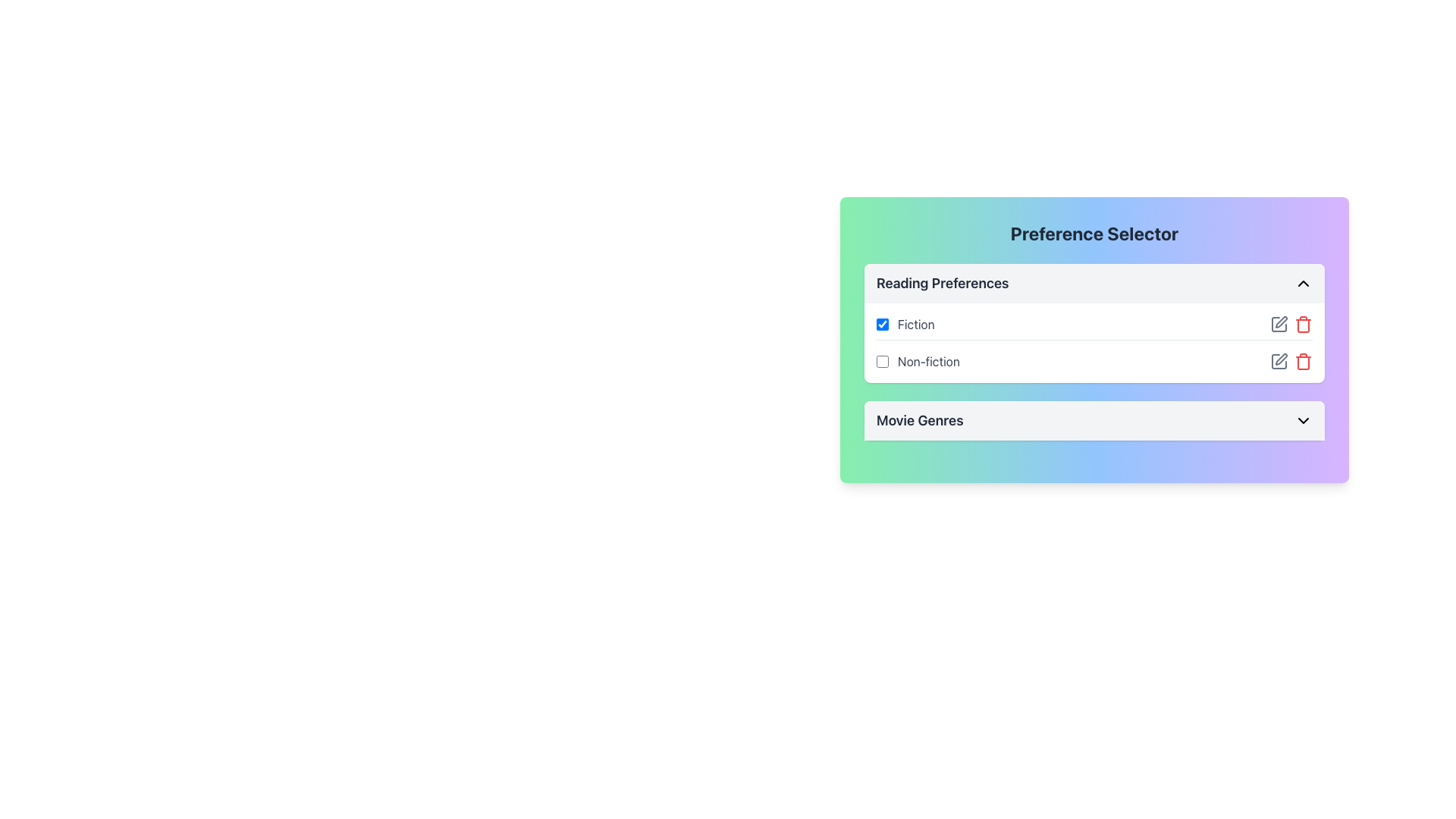  Describe the element at coordinates (1302, 421) in the screenshot. I see `the icon button located at the right side of the 'Movie Genres' header` at that location.